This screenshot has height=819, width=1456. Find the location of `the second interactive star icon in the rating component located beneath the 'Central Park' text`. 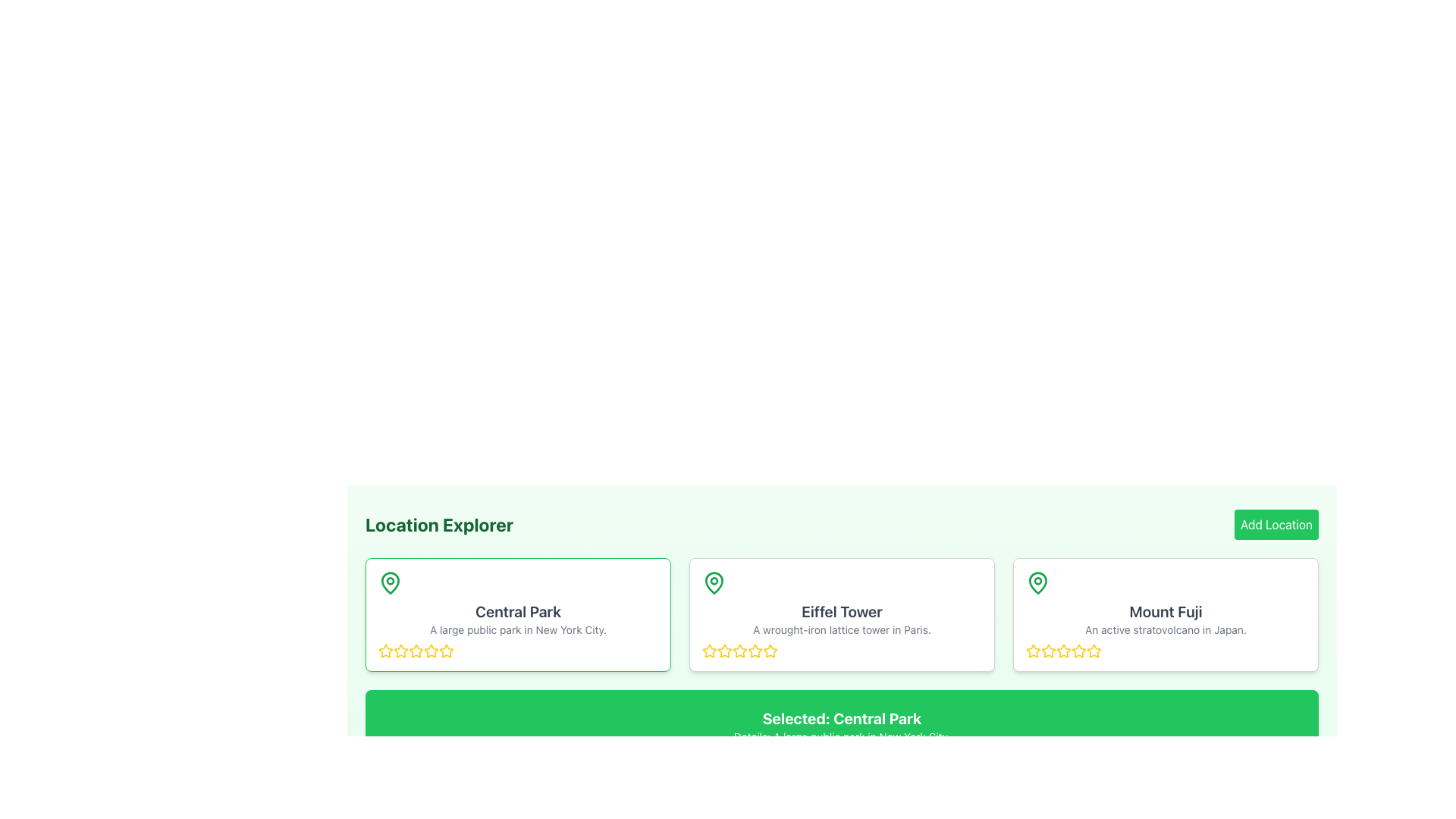

the second interactive star icon in the rating component located beneath the 'Central Park' text is located at coordinates (416, 650).